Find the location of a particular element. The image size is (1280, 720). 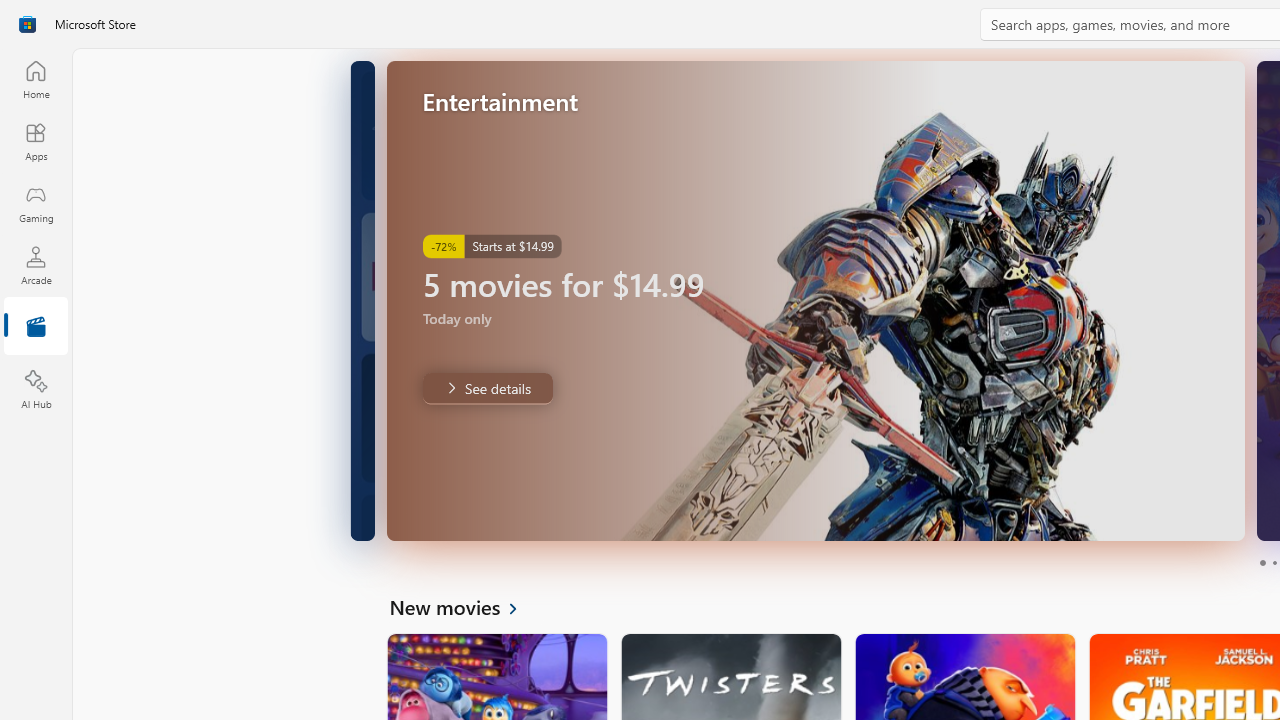

'Home' is located at coordinates (35, 78).